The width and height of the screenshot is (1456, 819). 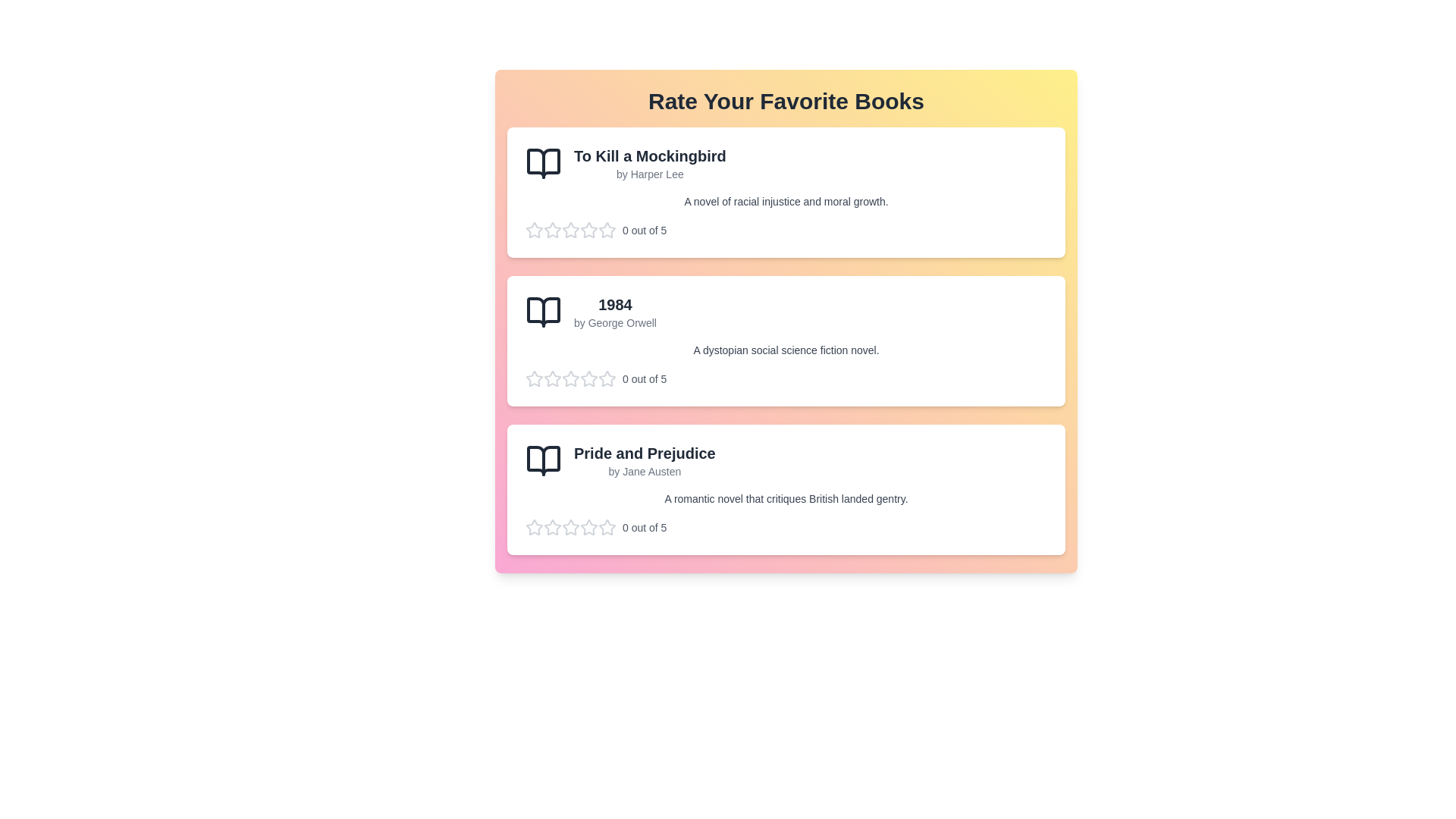 What do you see at coordinates (552, 231) in the screenshot?
I see `the second interactive rating star icon to provide a rating for 'To Kill a Mockingbird'` at bounding box center [552, 231].